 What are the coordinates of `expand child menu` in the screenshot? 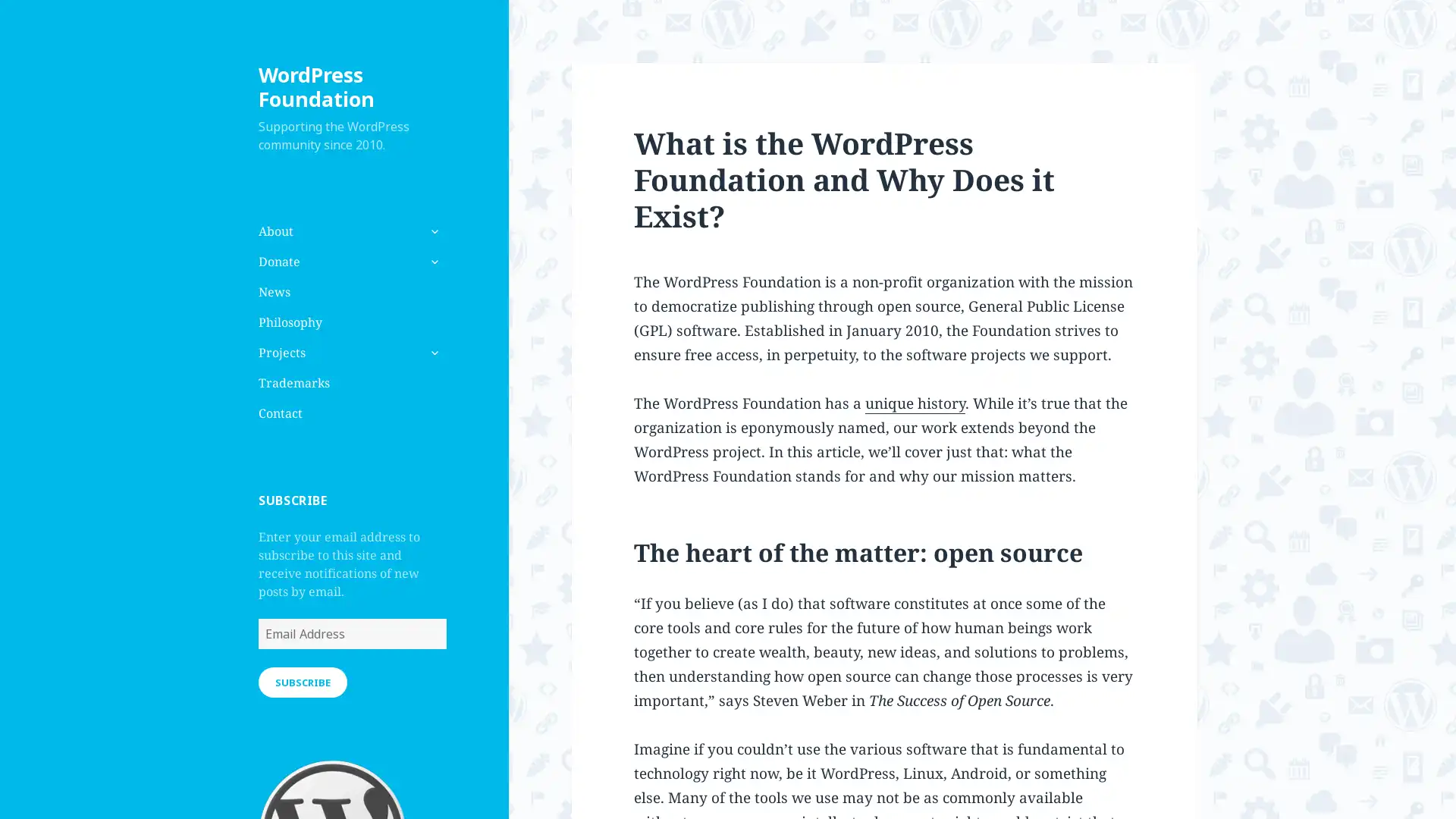 It's located at (432, 353).